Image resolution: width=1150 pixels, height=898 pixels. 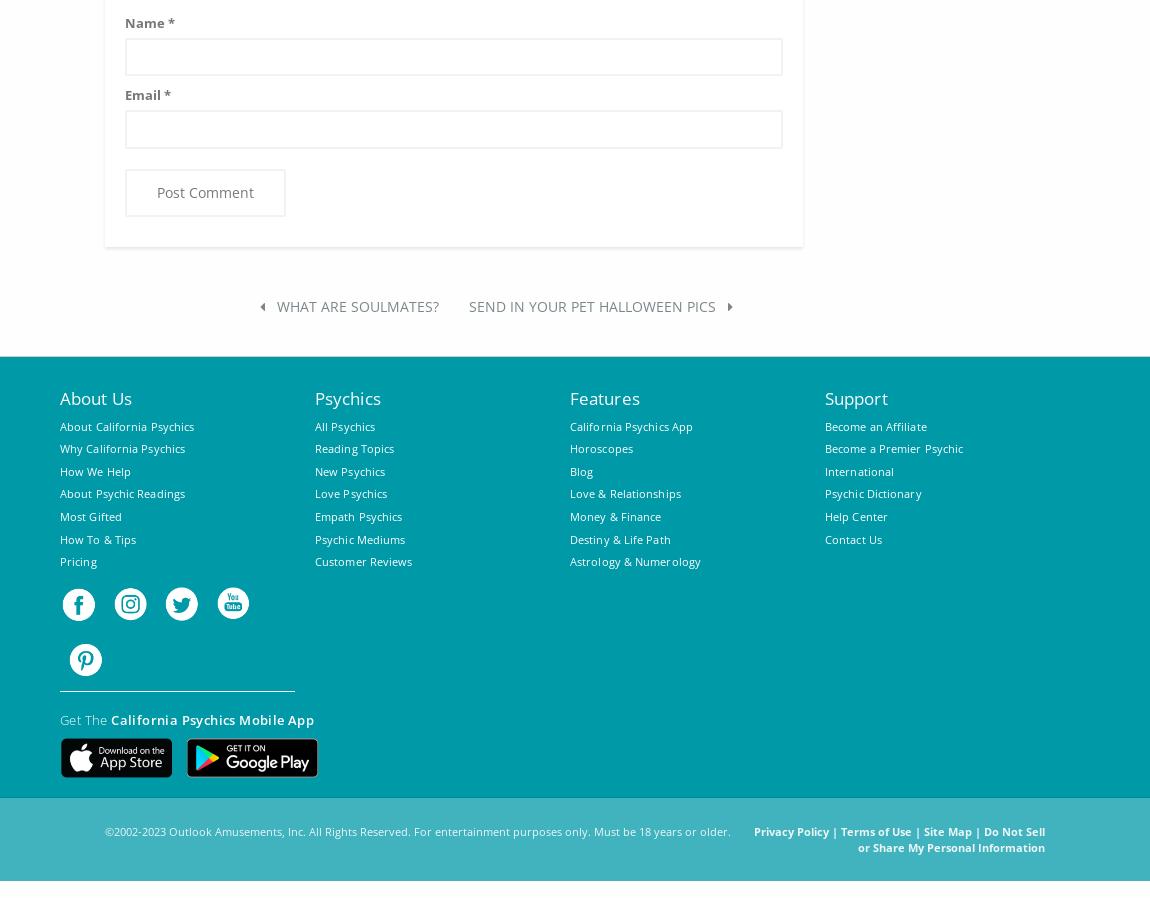 I want to click on 'Blog', so click(x=580, y=469).